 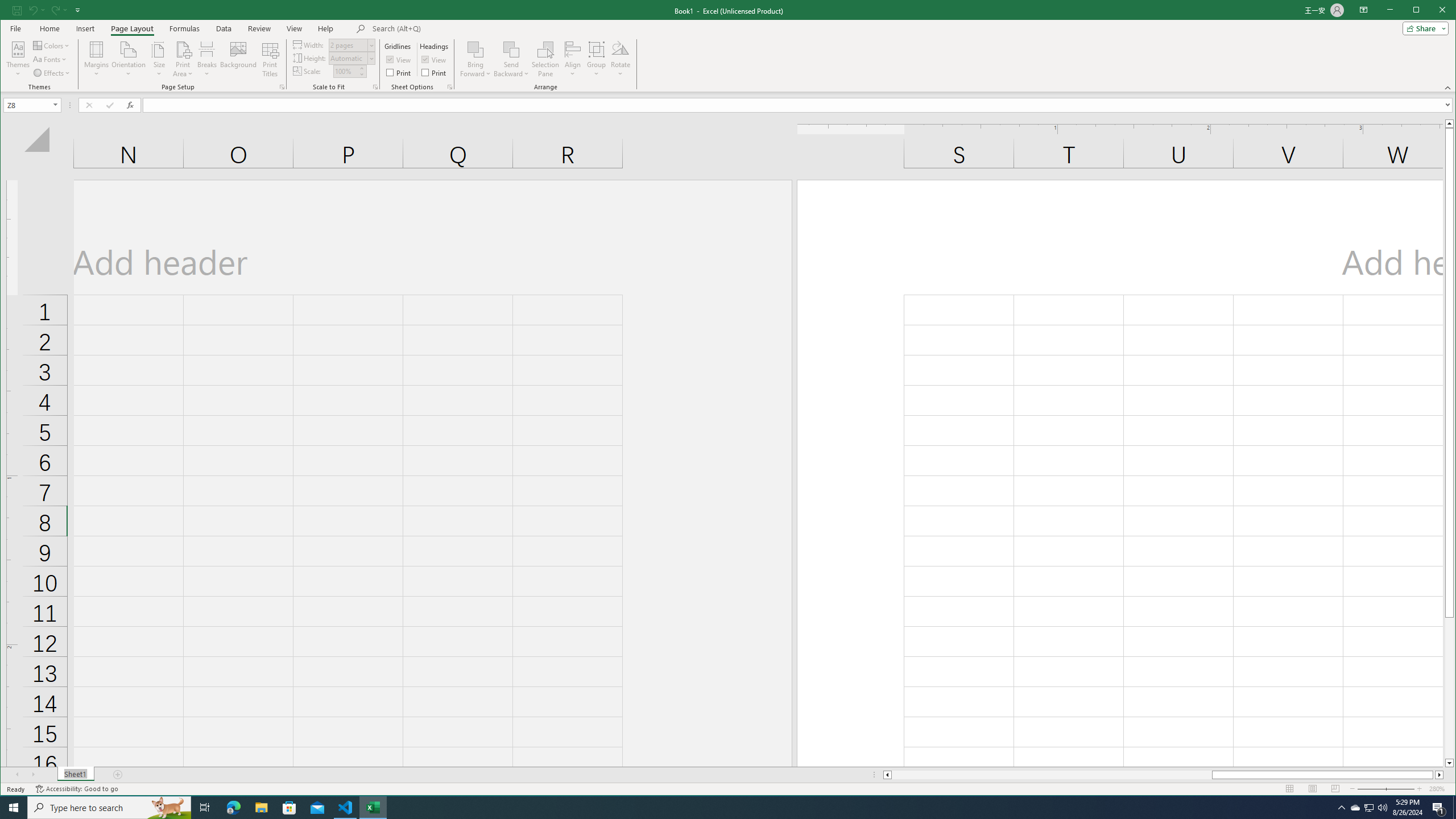 I want to click on 'Bring Forward', so click(x=475, y=48).